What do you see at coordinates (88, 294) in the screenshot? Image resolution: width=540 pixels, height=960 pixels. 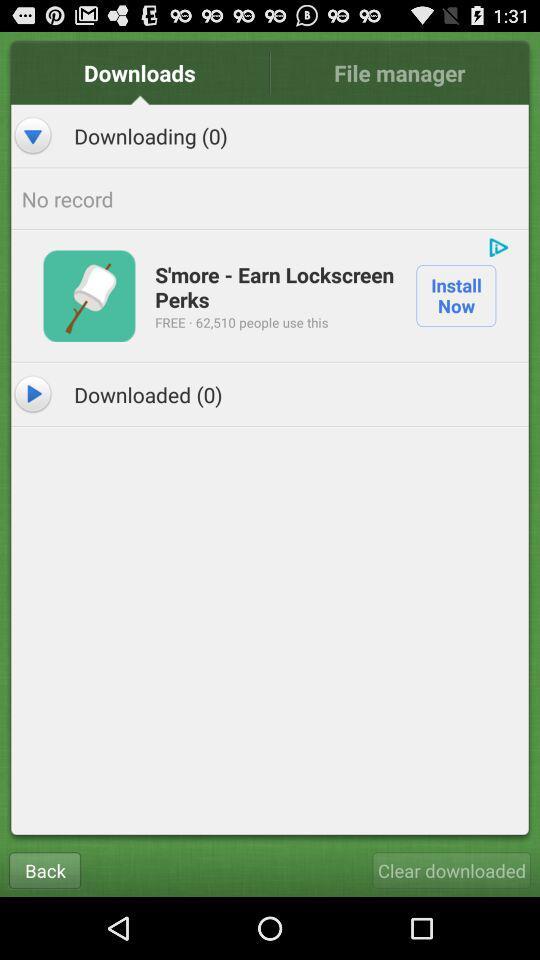 I see `icon next to s more earn` at bounding box center [88, 294].